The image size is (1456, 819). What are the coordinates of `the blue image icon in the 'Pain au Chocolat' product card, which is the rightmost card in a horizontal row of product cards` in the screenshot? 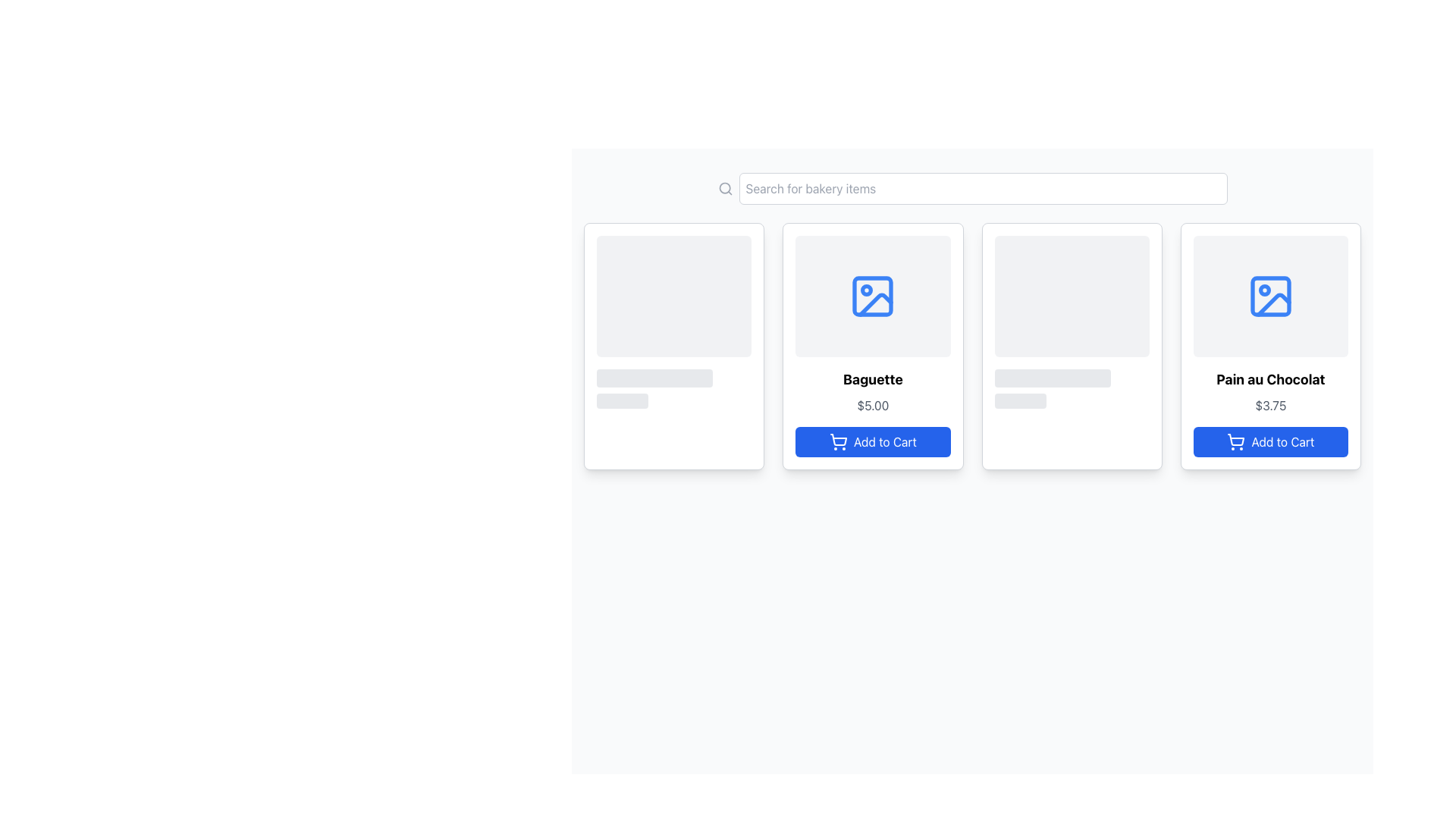 It's located at (1270, 296).